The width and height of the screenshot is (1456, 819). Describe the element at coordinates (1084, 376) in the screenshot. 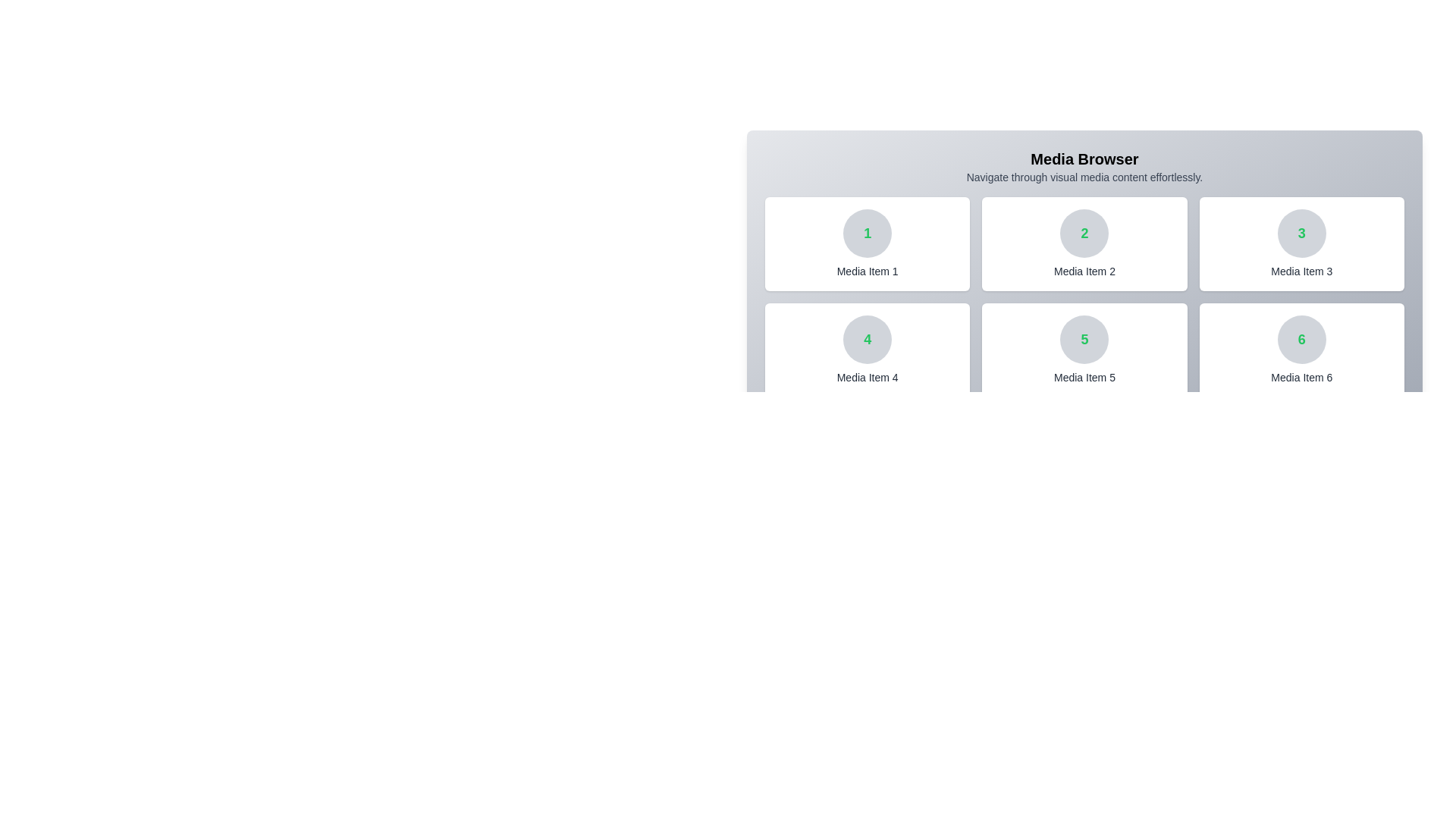

I see `the text label displaying 'Media Item 5', which is located below the circular area representing the fifth media item in the grid layout` at that location.